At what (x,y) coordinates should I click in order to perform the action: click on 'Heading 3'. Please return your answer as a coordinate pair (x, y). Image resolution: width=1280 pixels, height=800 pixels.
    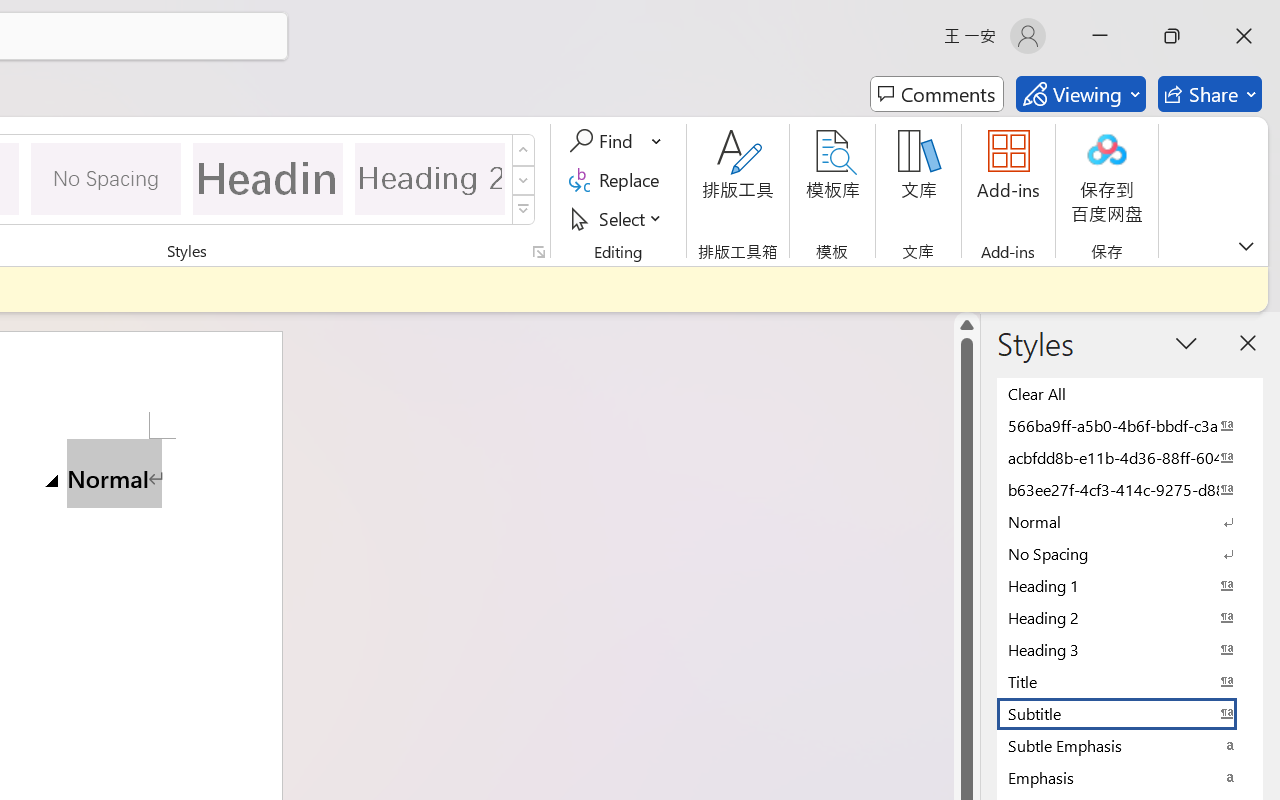
    Looking at the image, I should click on (1130, 648).